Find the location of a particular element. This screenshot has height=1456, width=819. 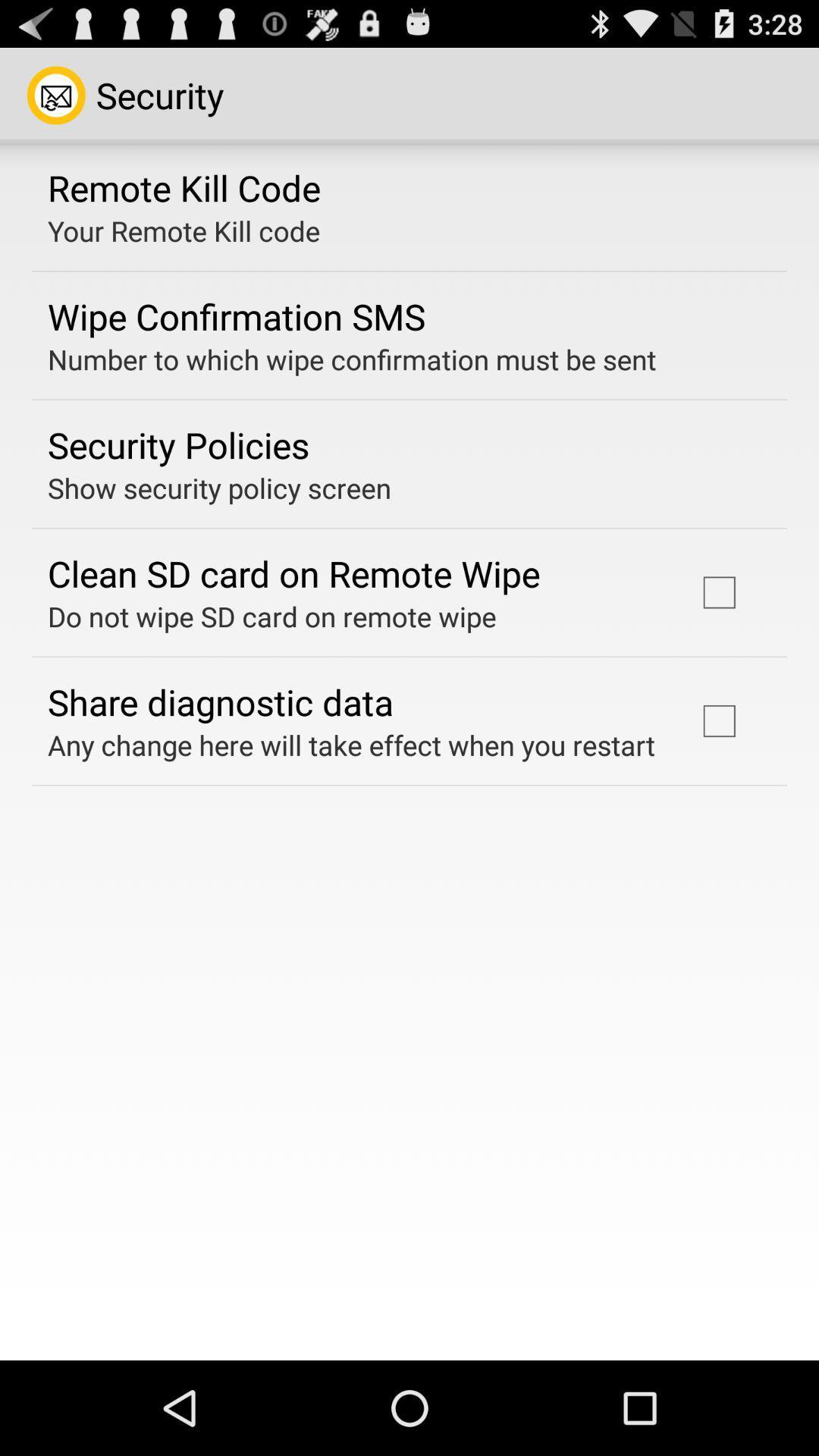

any change here is located at coordinates (351, 745).